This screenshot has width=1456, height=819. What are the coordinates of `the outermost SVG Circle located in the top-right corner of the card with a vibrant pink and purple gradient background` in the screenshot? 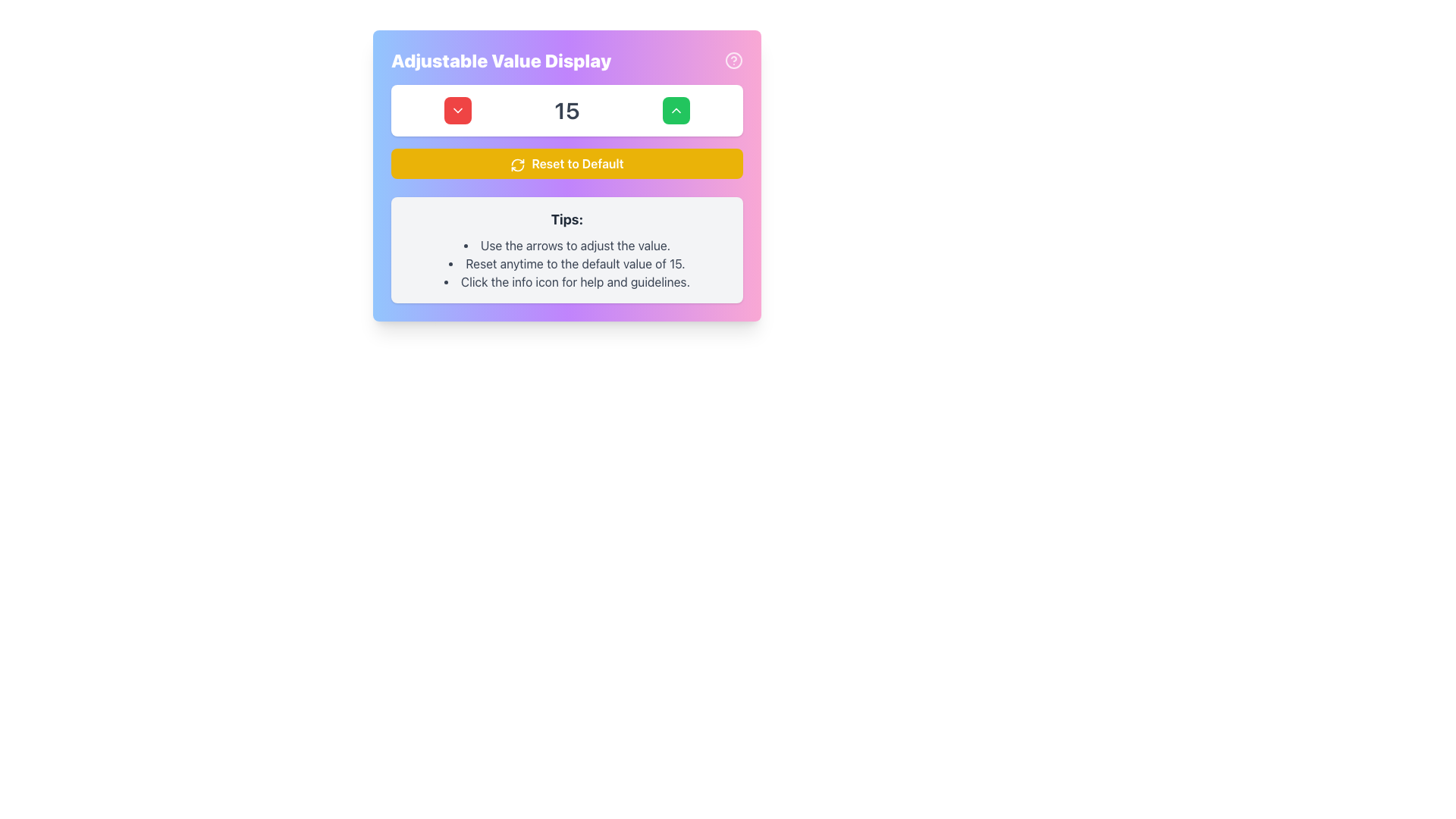 It's located at (734, 60).